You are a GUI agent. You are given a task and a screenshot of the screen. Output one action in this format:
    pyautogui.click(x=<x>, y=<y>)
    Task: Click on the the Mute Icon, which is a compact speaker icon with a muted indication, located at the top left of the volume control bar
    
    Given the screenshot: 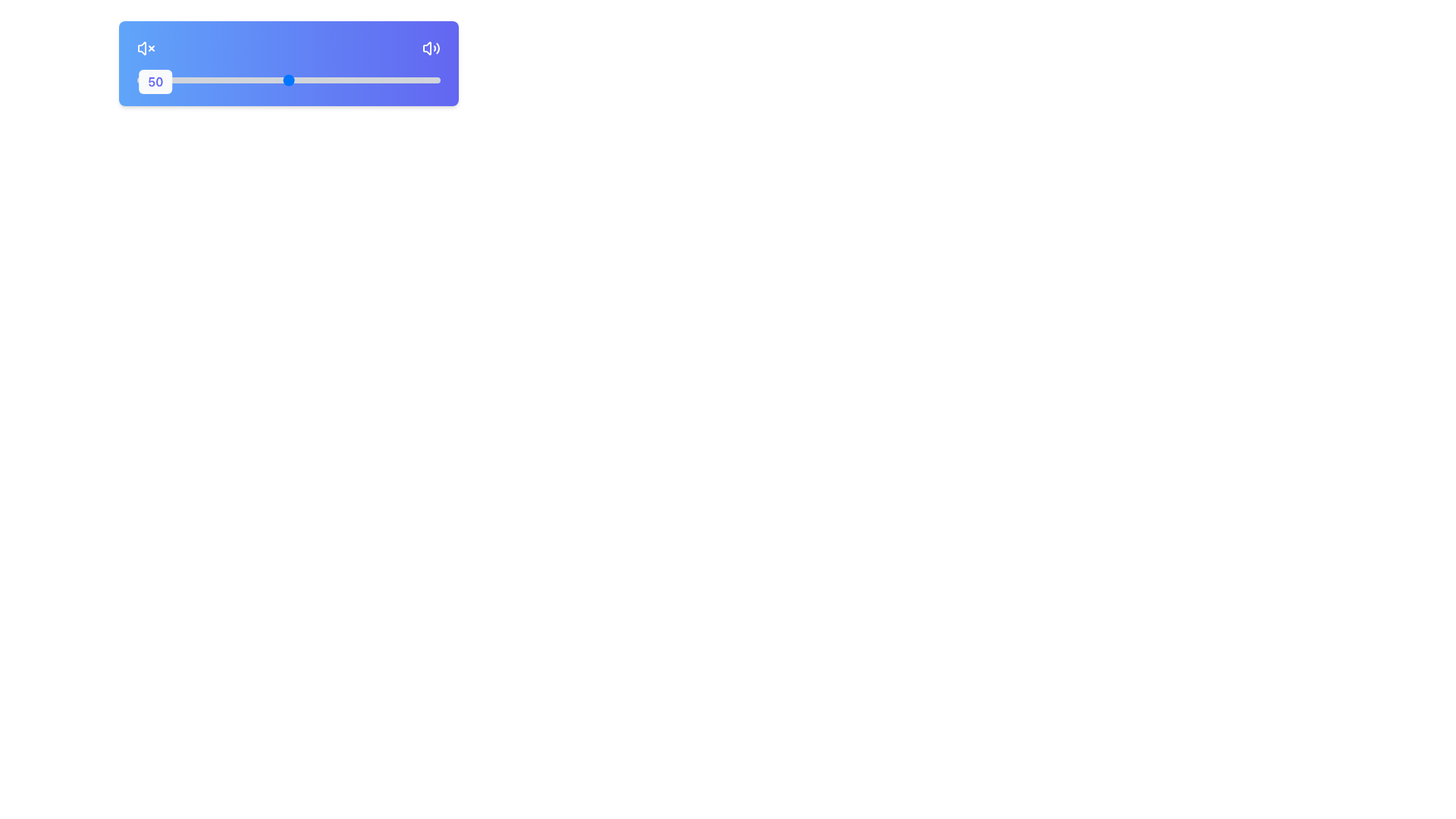 What is the action you would take?
    pyautogui.click(x=142, y=48)
    